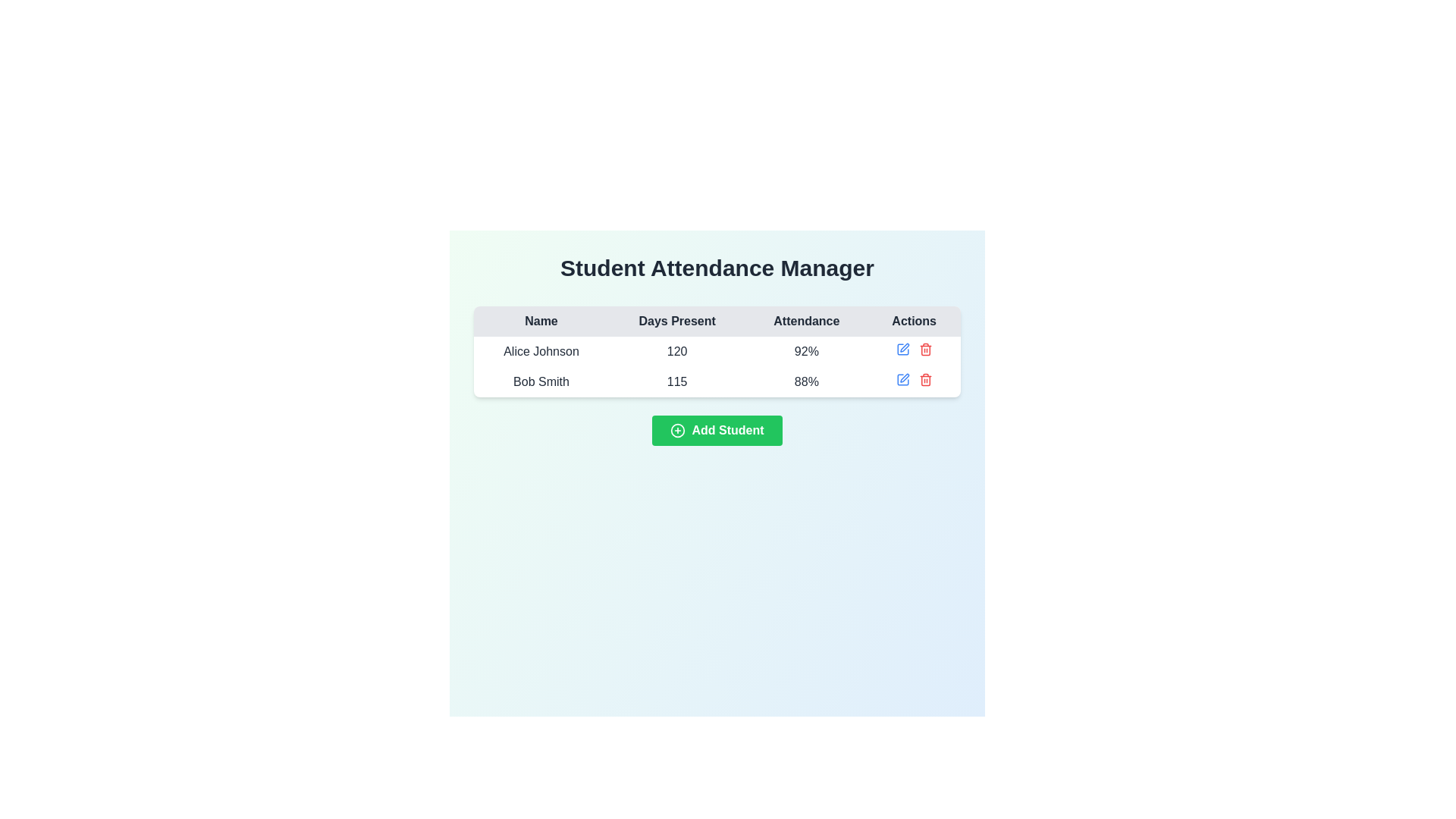  Describe the element at coordinates (716, 381) in the screenshot. I see `the tabular row containing the name 'Bob Smith', the number '115', and the percentage '88%', which is located` at that location.